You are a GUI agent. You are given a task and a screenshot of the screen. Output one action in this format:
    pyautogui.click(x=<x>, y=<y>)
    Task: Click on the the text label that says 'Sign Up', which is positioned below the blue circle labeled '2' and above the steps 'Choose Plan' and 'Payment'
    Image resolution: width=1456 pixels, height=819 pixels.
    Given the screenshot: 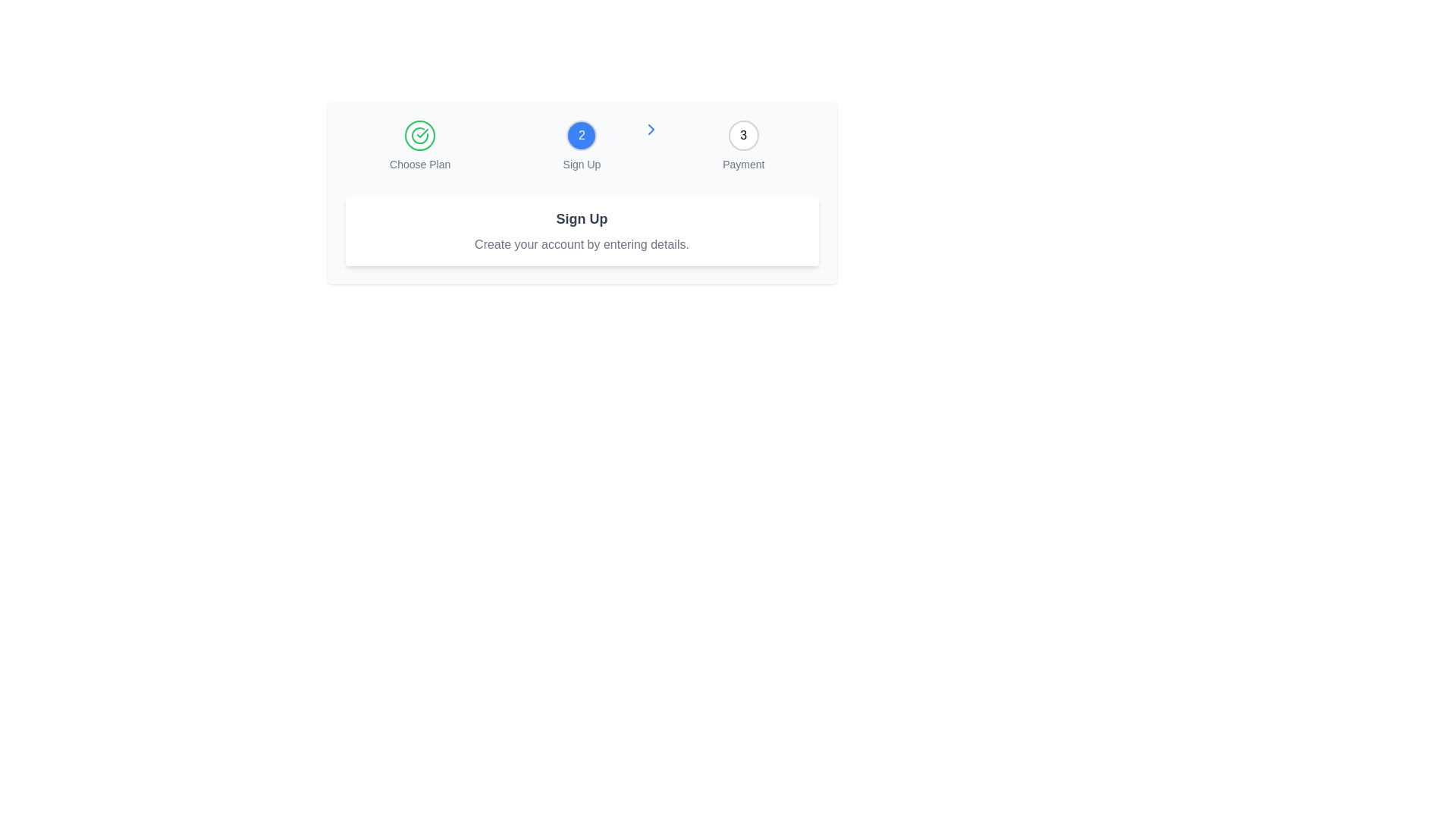 What is the action you would take?
    pyautogui.click(x=581, y=164)
    